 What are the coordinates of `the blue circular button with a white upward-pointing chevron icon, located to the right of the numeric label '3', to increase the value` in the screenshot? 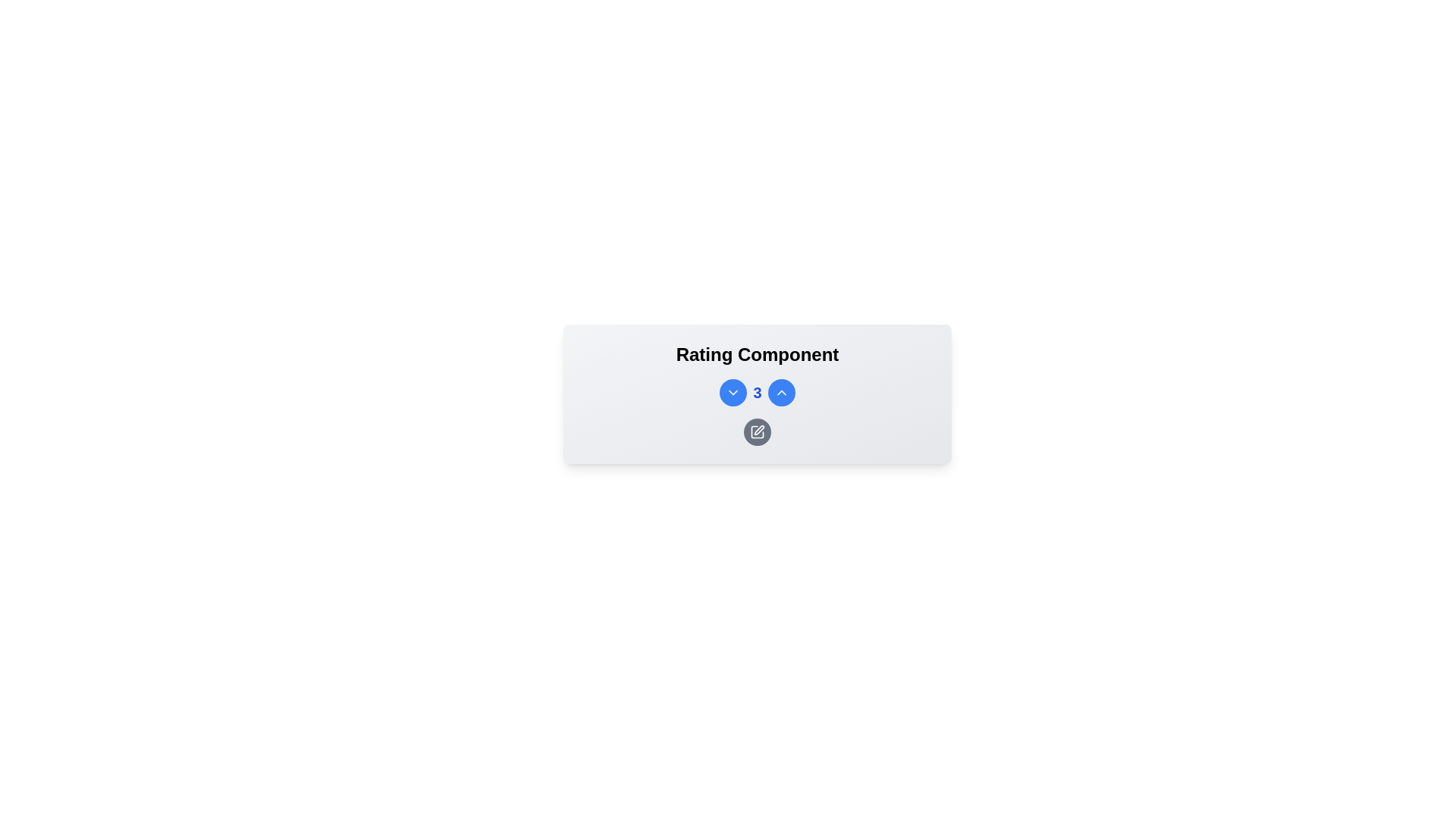 It's located at (781, 391).